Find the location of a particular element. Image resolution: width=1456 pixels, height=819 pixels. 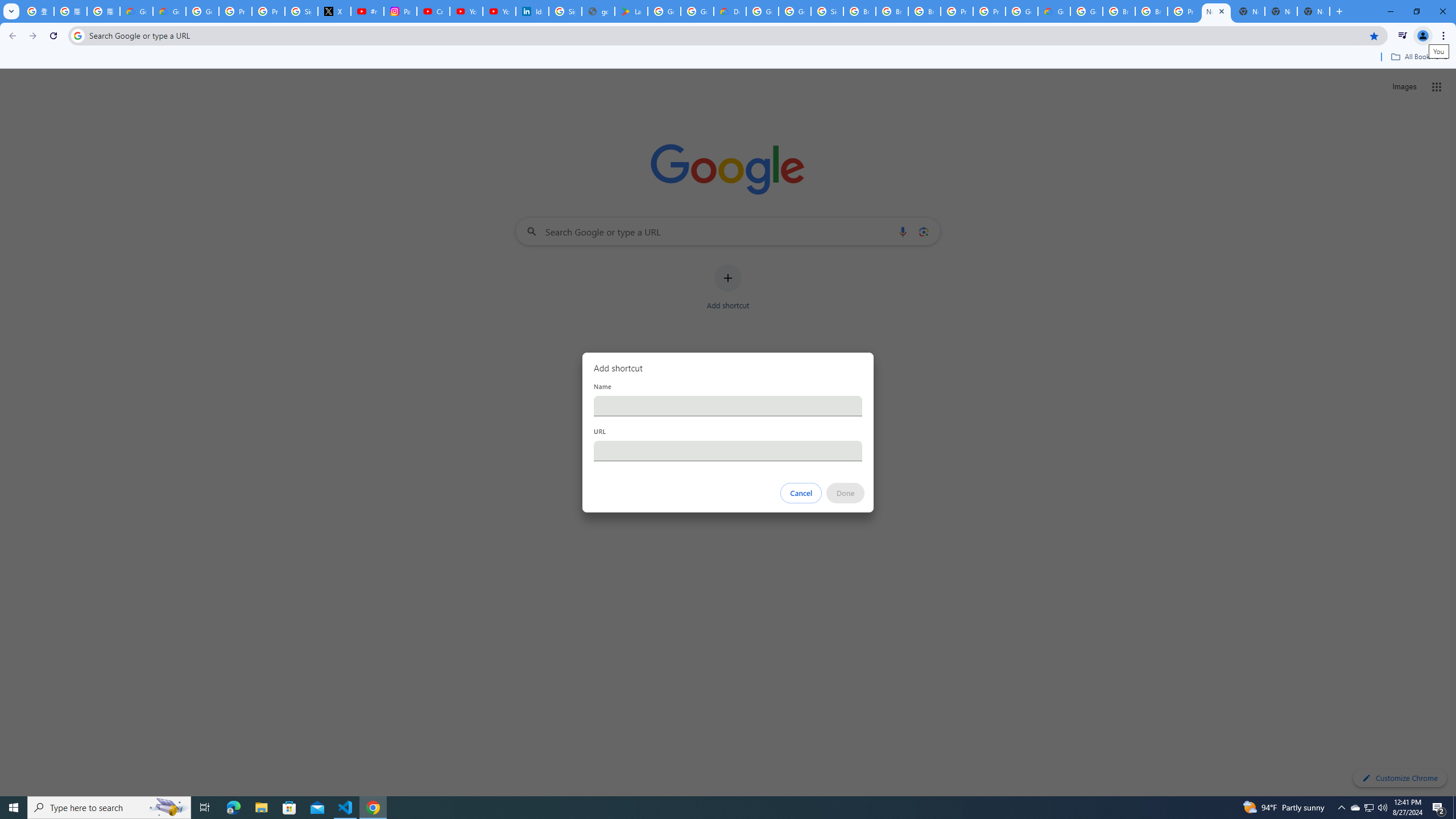

'Google Cloud Platform' is located at coordinates (1020, 11).